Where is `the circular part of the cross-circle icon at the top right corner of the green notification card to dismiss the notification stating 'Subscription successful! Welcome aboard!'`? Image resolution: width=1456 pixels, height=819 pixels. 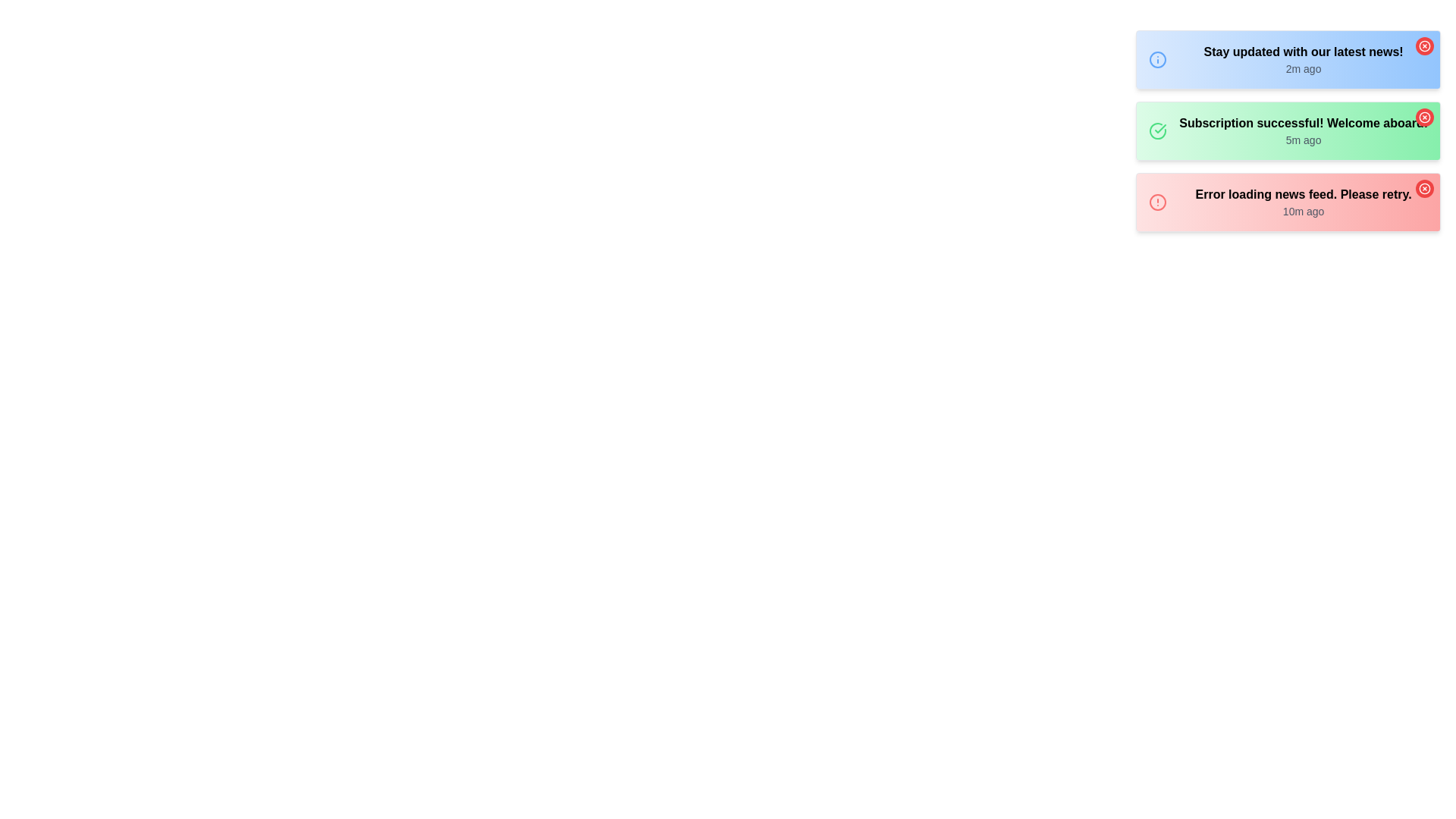
the circular part of the cross-circle icon at the top right corner of the green notification card to dismiss the notification stating 'Subscription successful! Welcome aboard!' is located at coordinates (1423, 188).